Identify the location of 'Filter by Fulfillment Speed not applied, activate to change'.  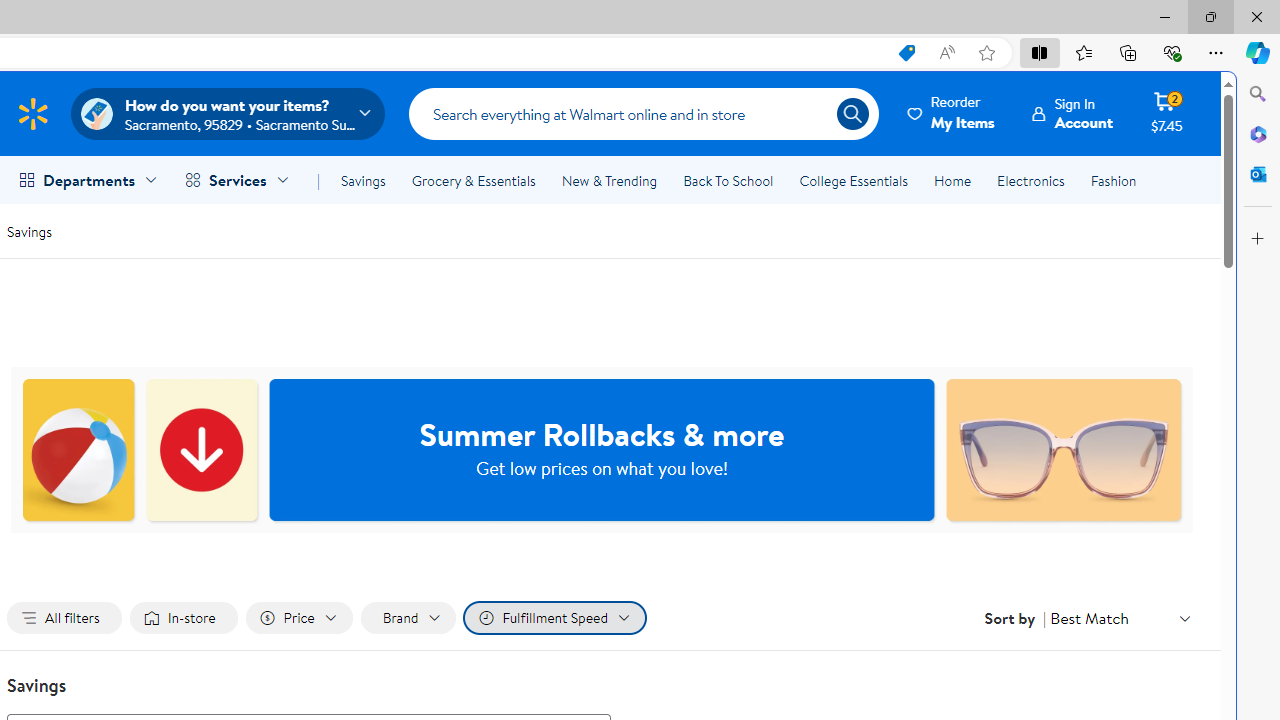
(554, 617).